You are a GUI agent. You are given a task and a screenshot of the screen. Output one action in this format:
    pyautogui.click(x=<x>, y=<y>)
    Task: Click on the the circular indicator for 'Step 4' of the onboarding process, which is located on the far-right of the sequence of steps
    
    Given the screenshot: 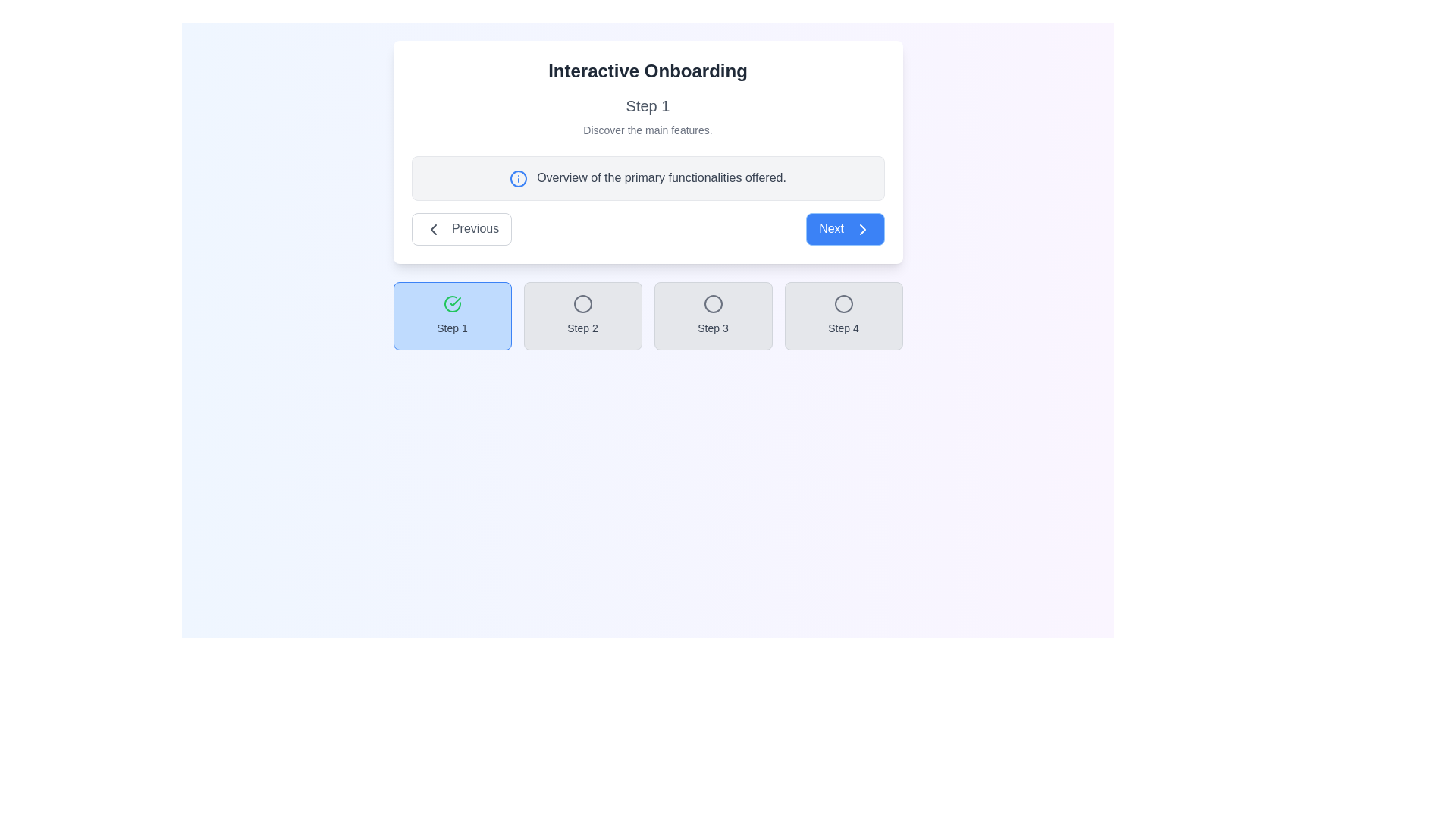 What is the action you would take?
    pyautogui.click(x=843, y=303)
    